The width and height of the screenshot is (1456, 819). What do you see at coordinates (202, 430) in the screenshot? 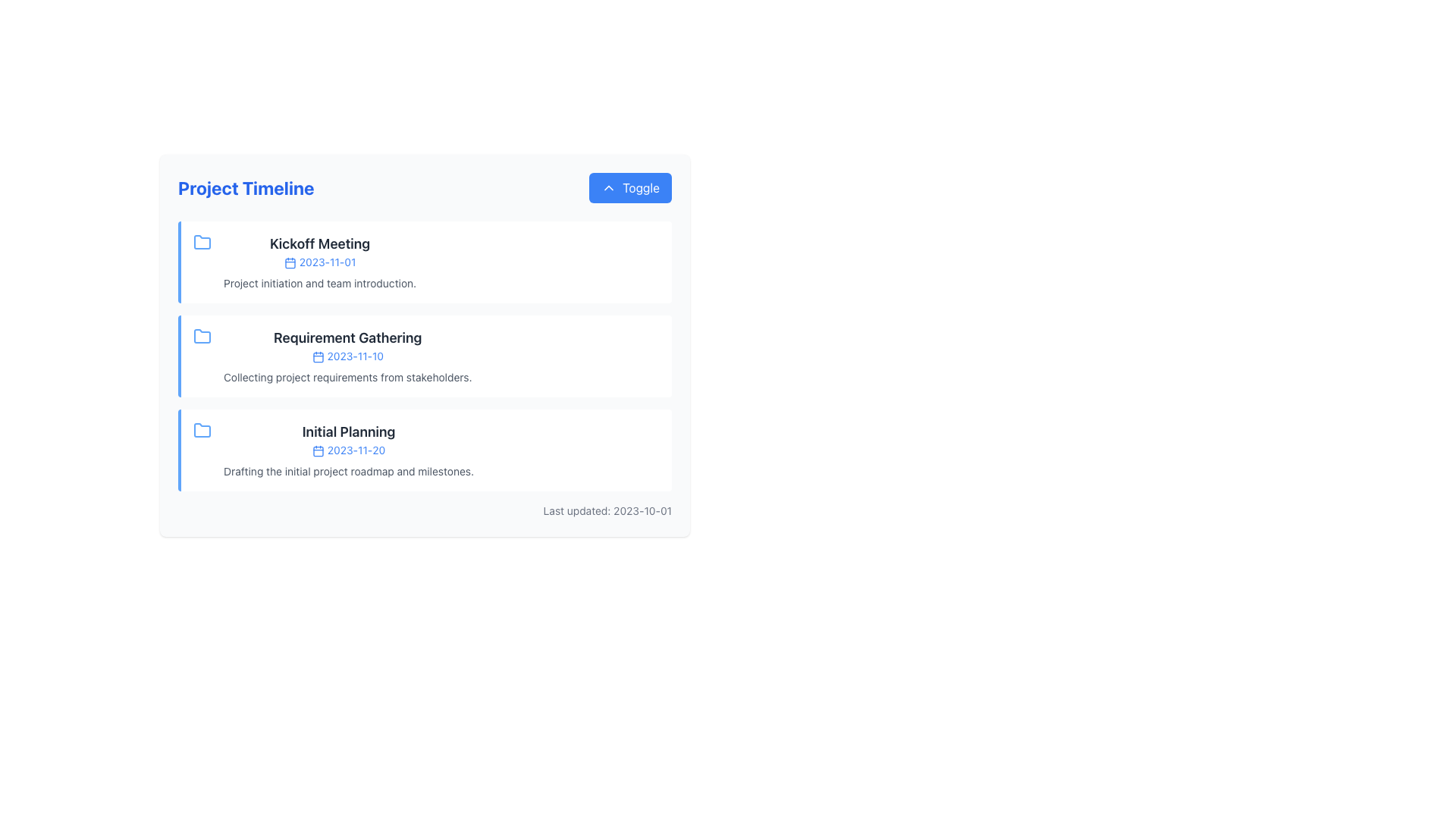
I see `the folder icon located to the left of the 'Initial Planning' heading in the third entry of the timeline list, which is positioned in the lower segment of the timeline component` at bounding box center [202, 430].